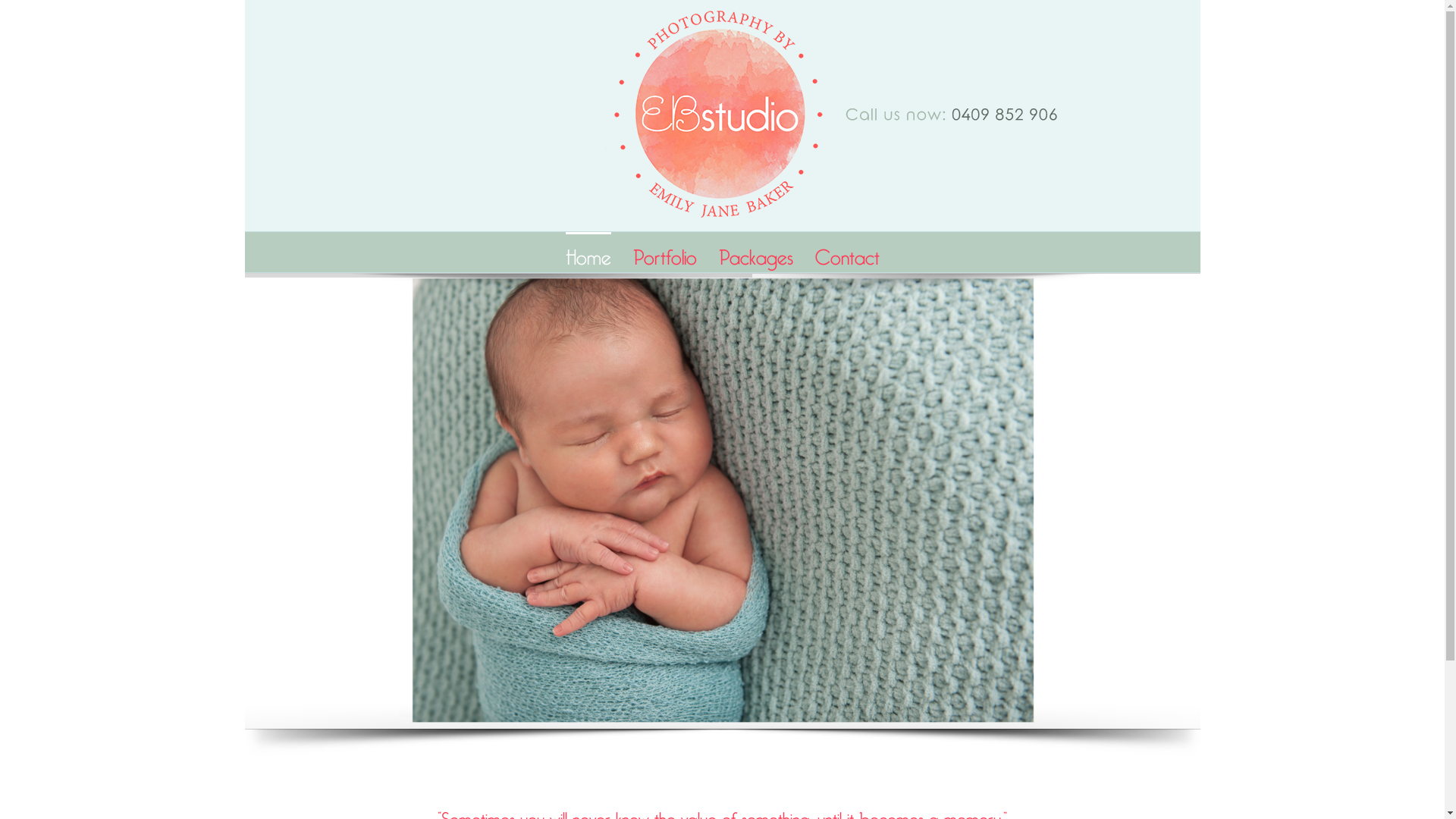 The image size is (1456, 819). Describe the element at coordinates (814, 251) in the screenshot. I see `'Contact'` at that location.